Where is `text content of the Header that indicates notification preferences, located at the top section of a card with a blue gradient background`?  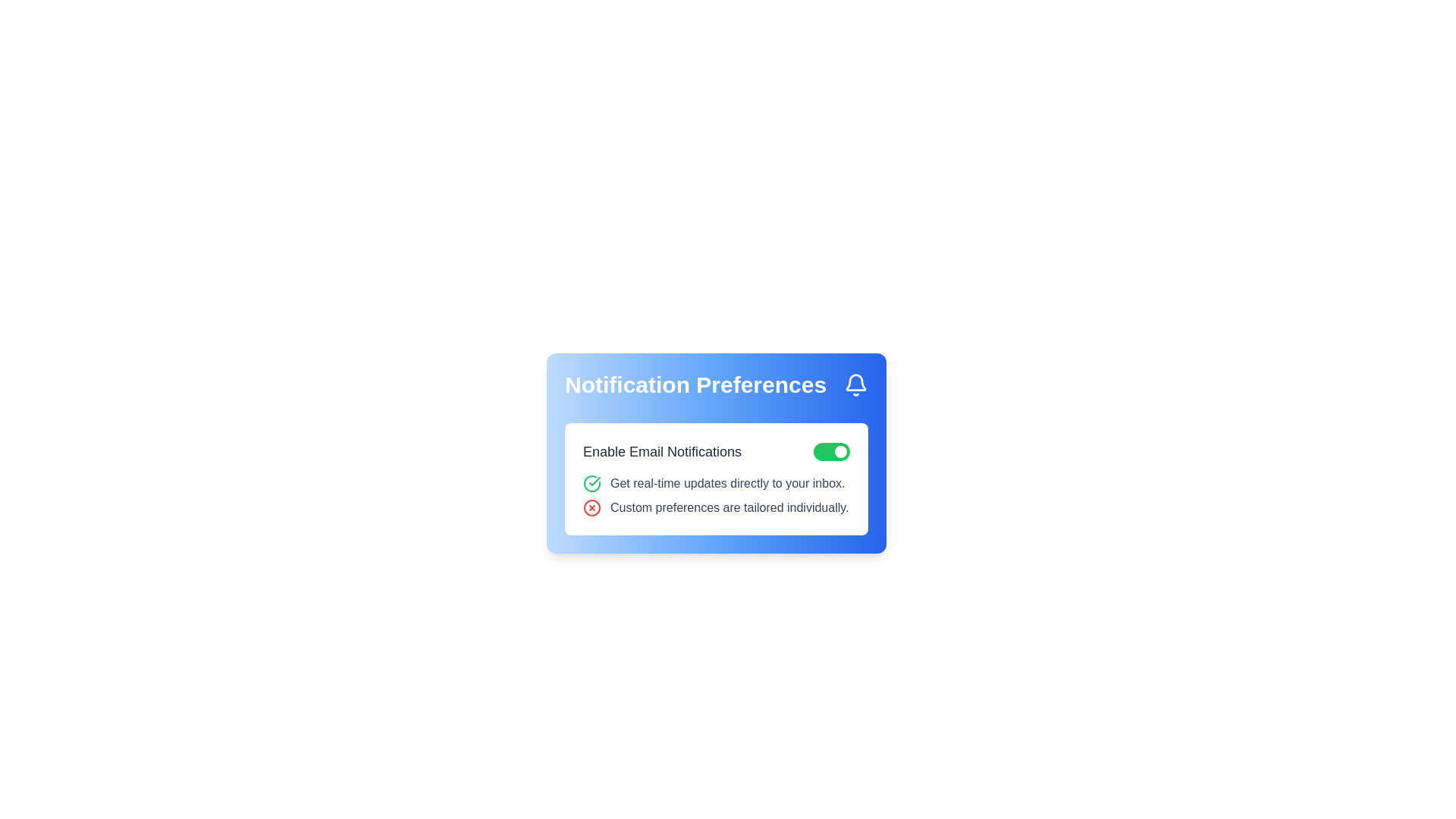 text content of the Header that indicates notification preferences, located at the top section of a card with a blue gradient background is located at coordinates (716, 384).